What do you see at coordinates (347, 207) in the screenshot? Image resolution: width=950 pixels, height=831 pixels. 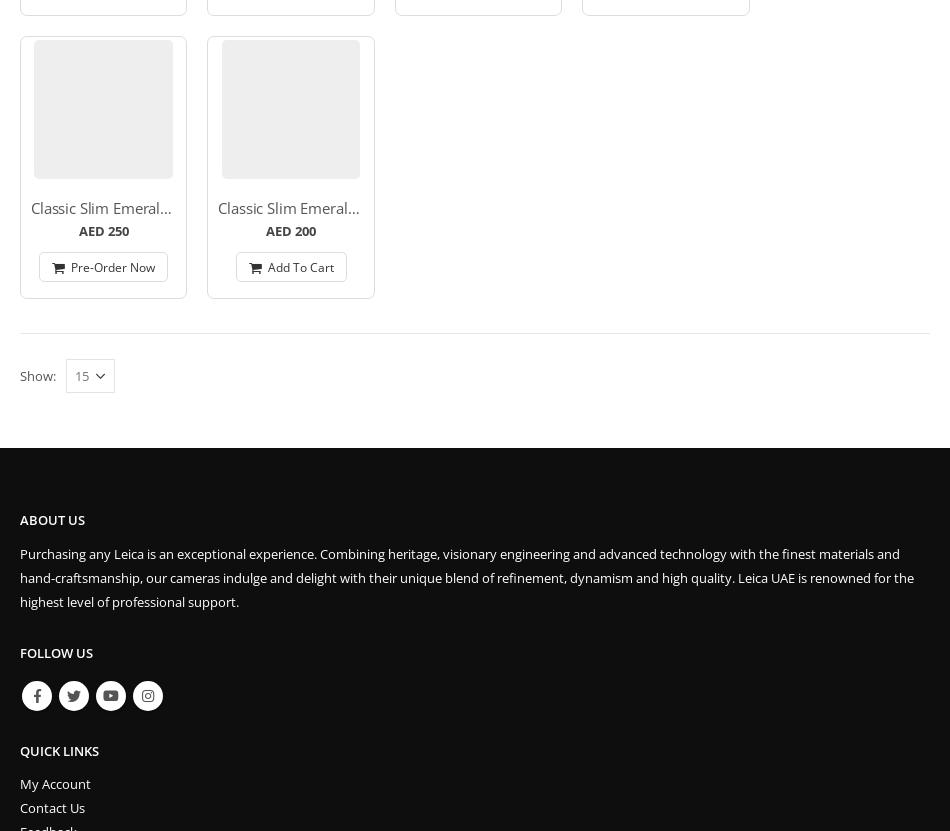 I see `'Classic Slim Emerald Strap – M- 100cm'` at bounding box center [347, 207].